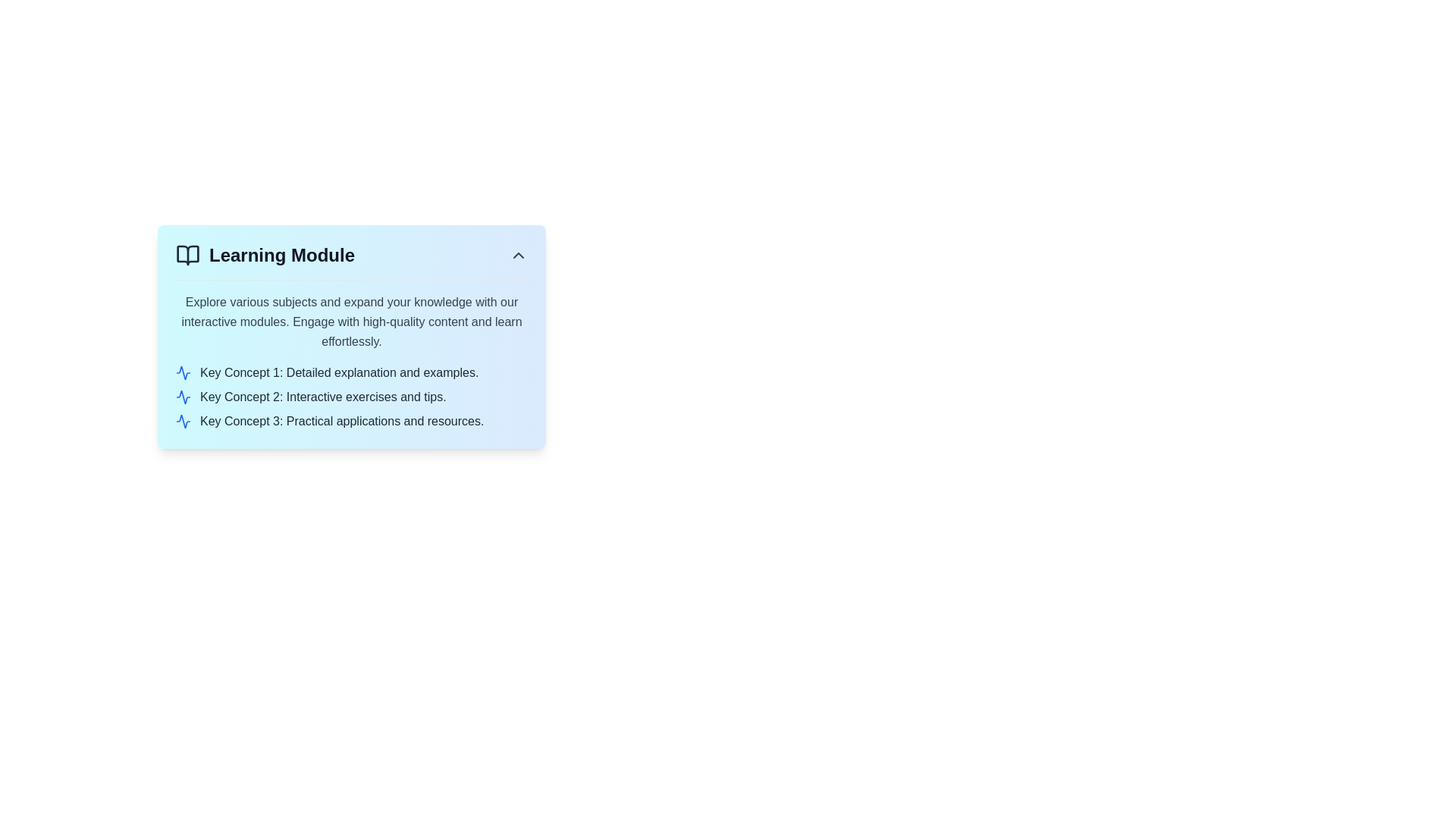  What do you see at coordinates (351, 321) in the screenshot?
I see `text content of the gray text block introducing the purpose and value of interactive educational modules, positioned under the 'Learning Module' title` at bounding box center [351, 321].